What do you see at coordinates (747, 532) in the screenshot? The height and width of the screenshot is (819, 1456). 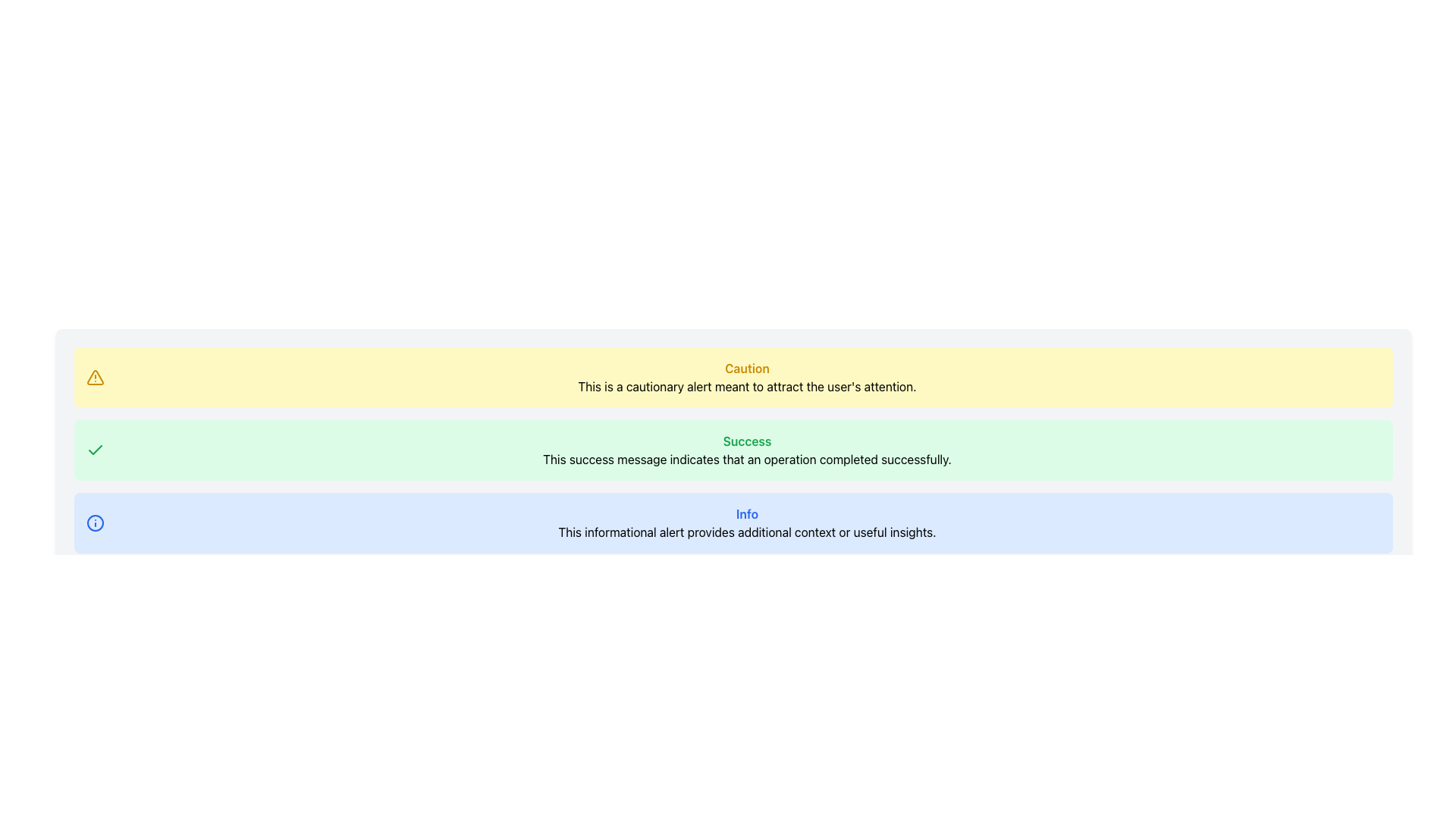 I see `the Text Display element that shows the message 'This informational alert provides additional context or useful insights' which is located beneath the bold label 'Info'` at bounding box center [747, 532].